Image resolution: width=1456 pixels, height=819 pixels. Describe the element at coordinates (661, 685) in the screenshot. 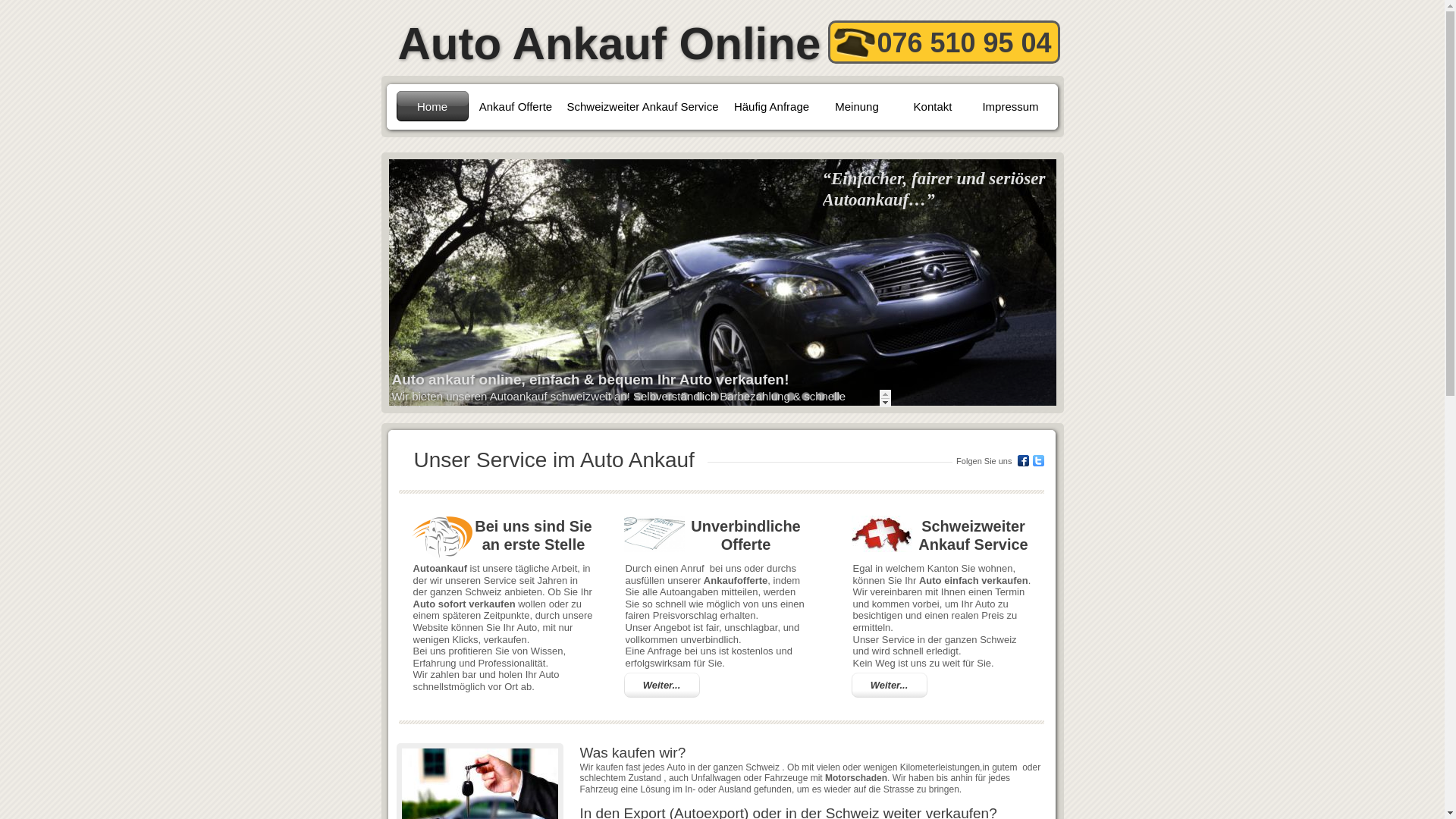

I see `'Weiter...'` at that location.